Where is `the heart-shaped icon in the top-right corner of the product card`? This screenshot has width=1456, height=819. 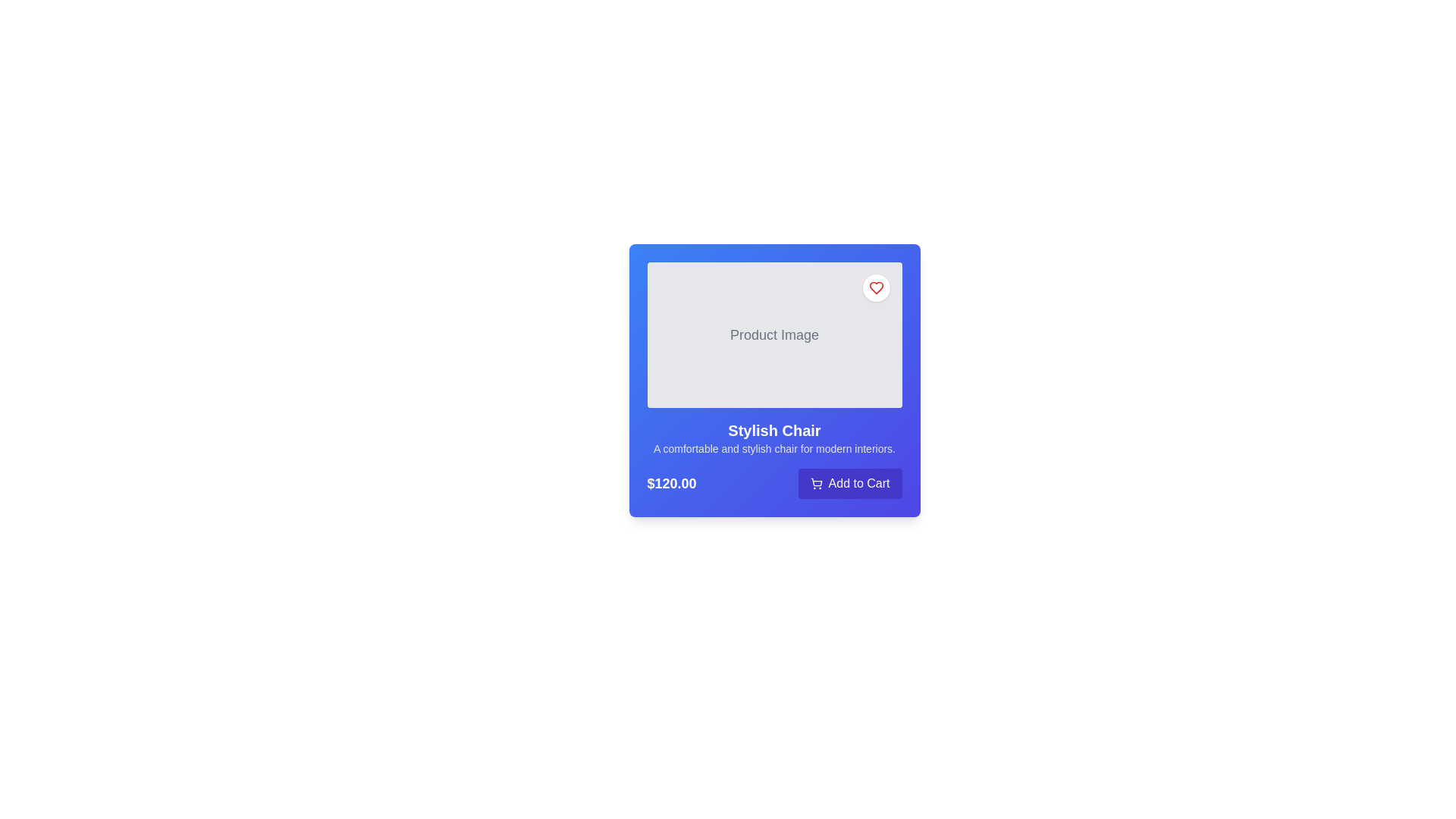 the heart-shaped icon in the top-right corner of the product card is located at coordinates (876, 288).